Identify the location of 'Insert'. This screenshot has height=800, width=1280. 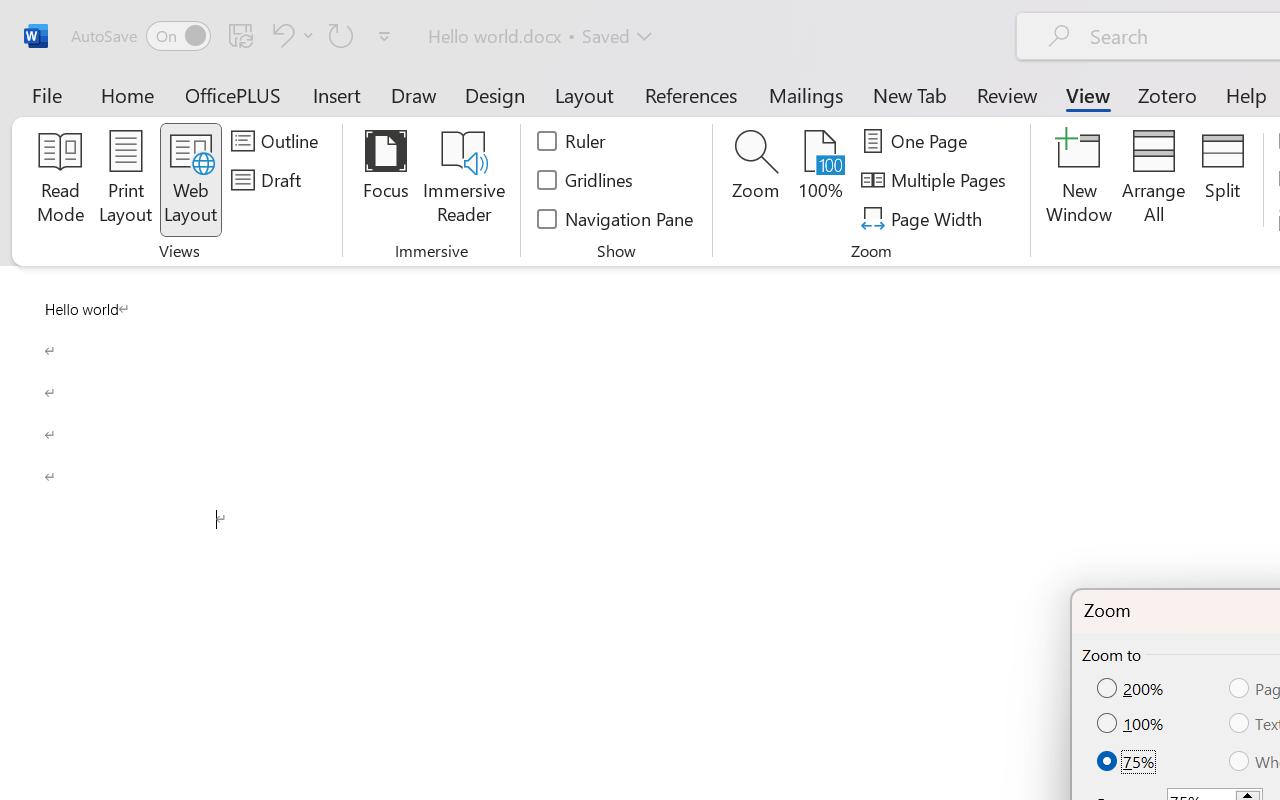
(337, 94).